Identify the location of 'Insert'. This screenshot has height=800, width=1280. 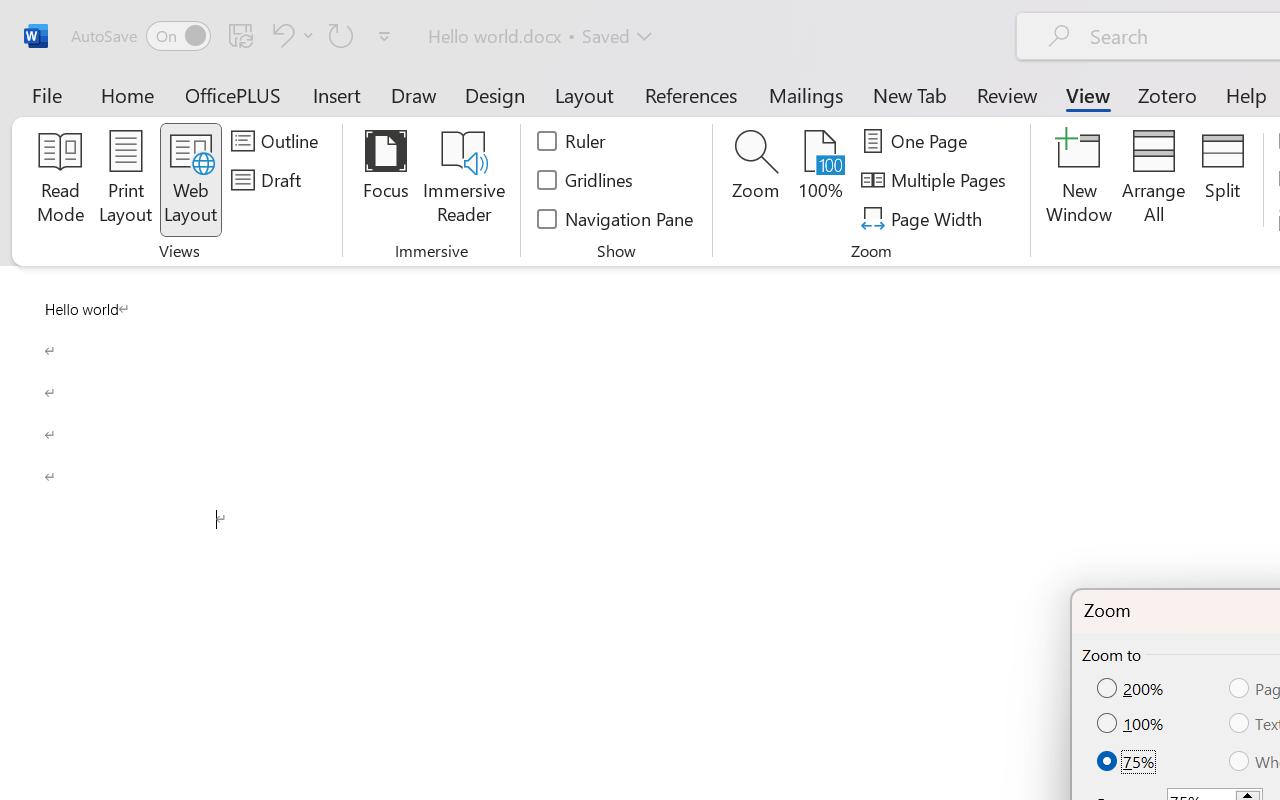
(337, 94).